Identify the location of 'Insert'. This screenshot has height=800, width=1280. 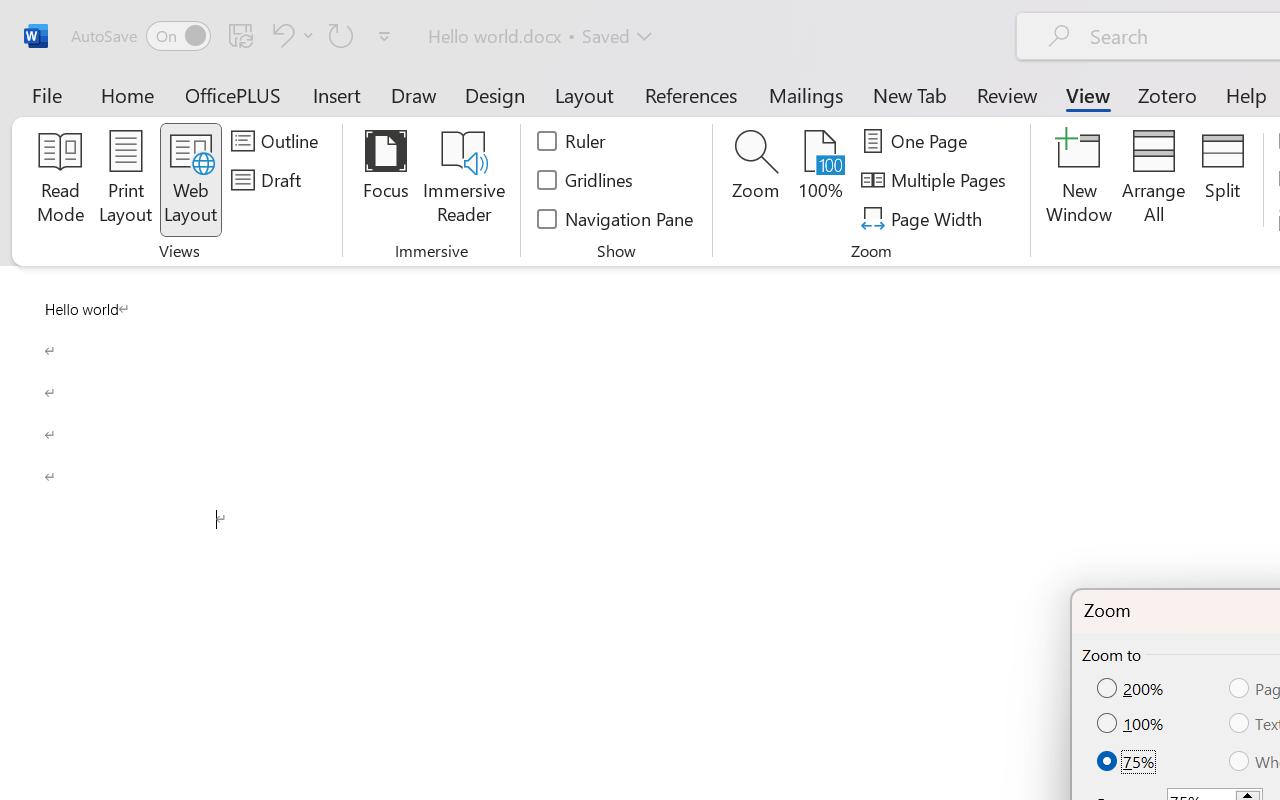
(337, 94).